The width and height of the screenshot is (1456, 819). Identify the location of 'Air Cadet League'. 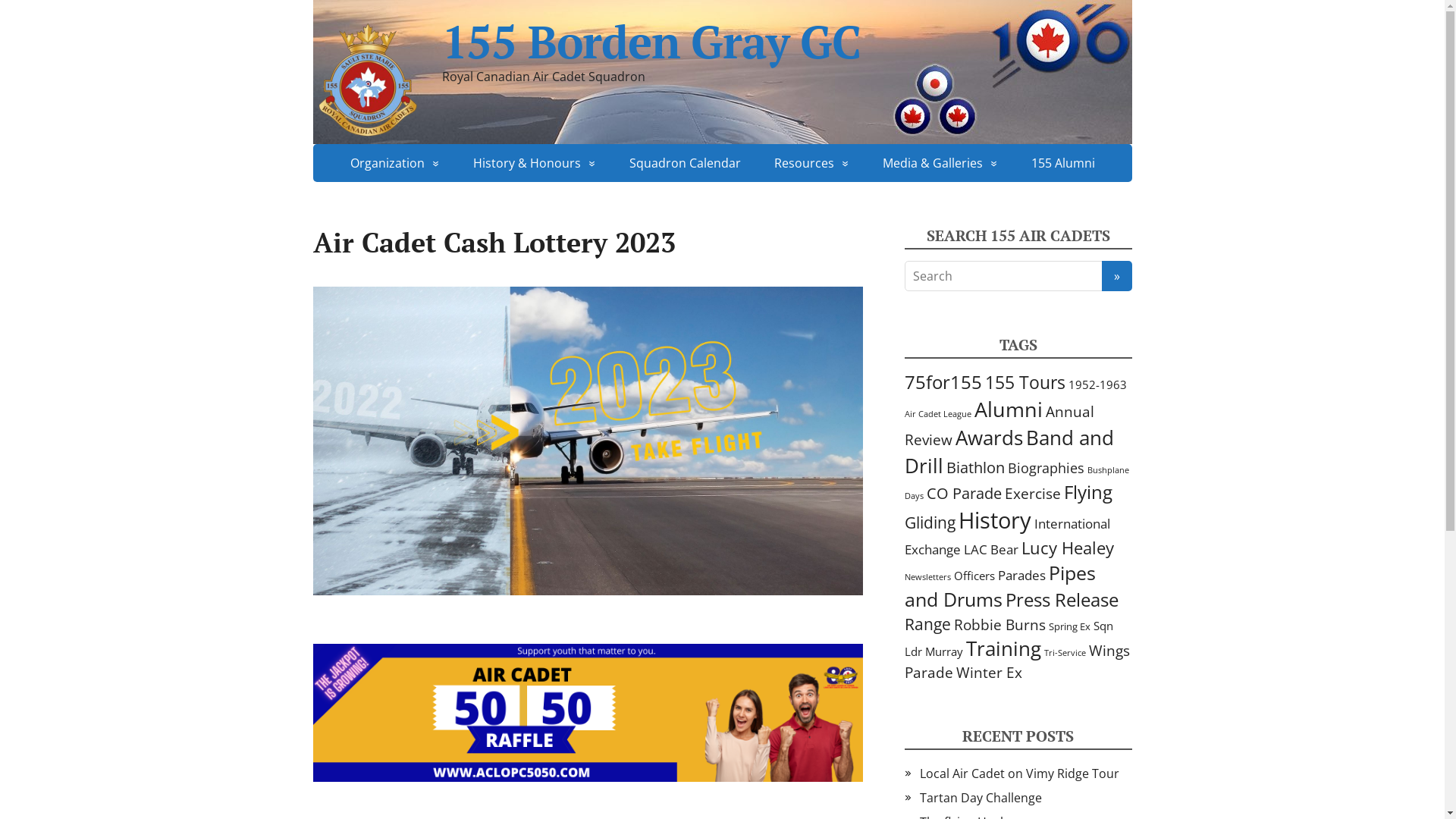
(937, 414).